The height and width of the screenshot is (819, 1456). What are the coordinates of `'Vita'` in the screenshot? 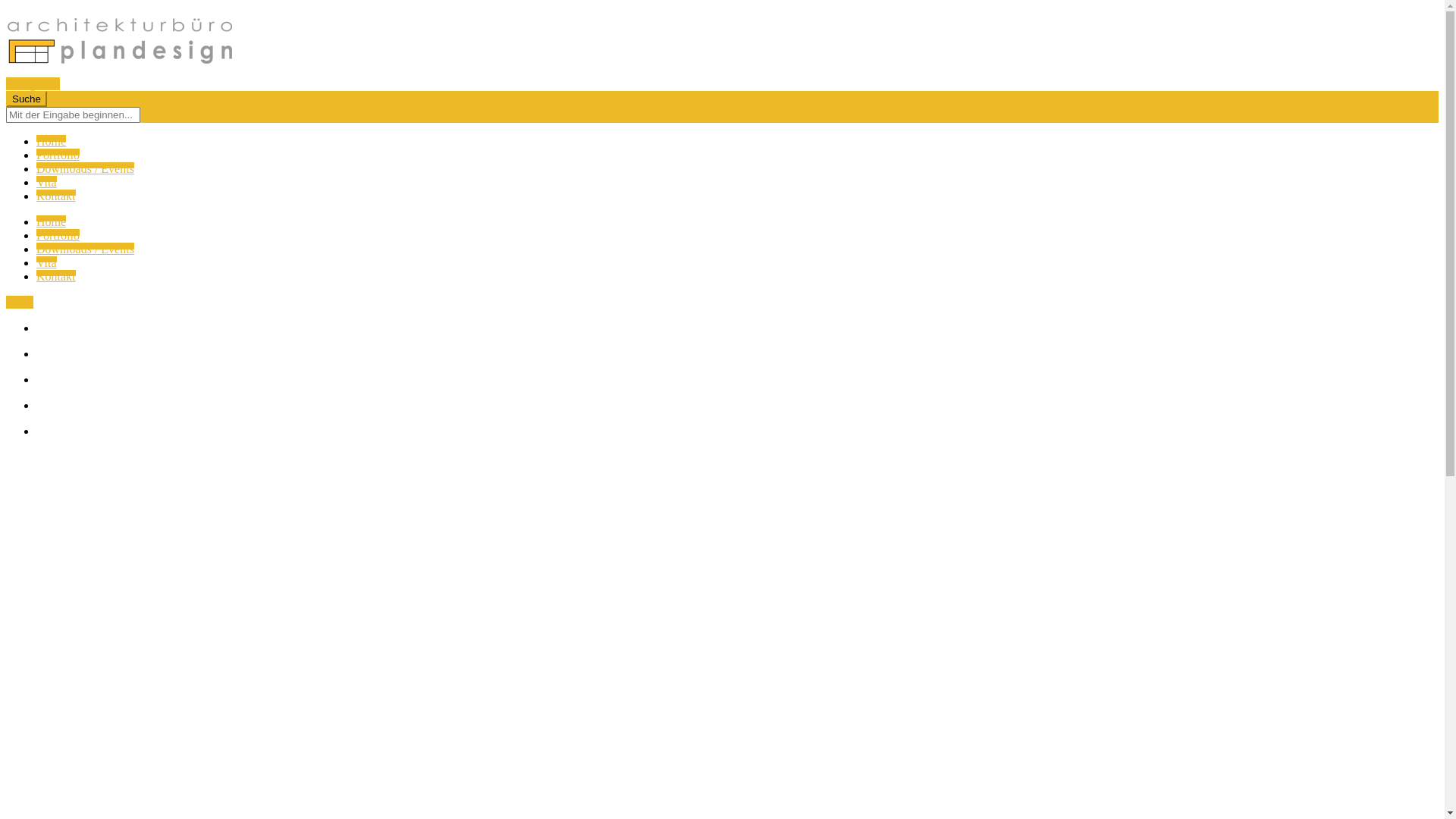 It's located at (46, 262).